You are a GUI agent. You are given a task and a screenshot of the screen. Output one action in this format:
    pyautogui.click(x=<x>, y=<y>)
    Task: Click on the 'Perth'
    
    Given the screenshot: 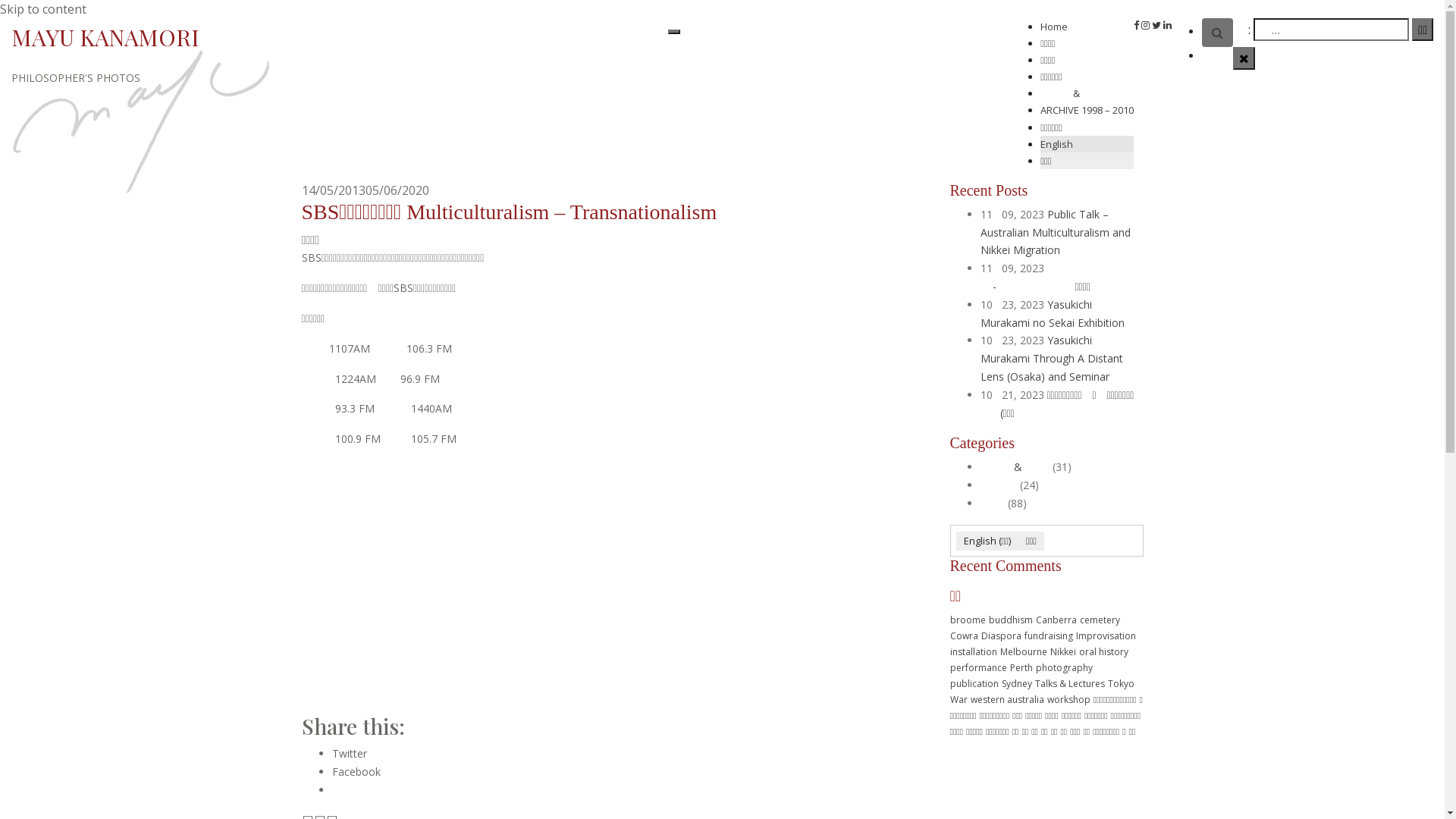 What is the action you would take?
    pyautogui.click(x=1021, y=667)
    